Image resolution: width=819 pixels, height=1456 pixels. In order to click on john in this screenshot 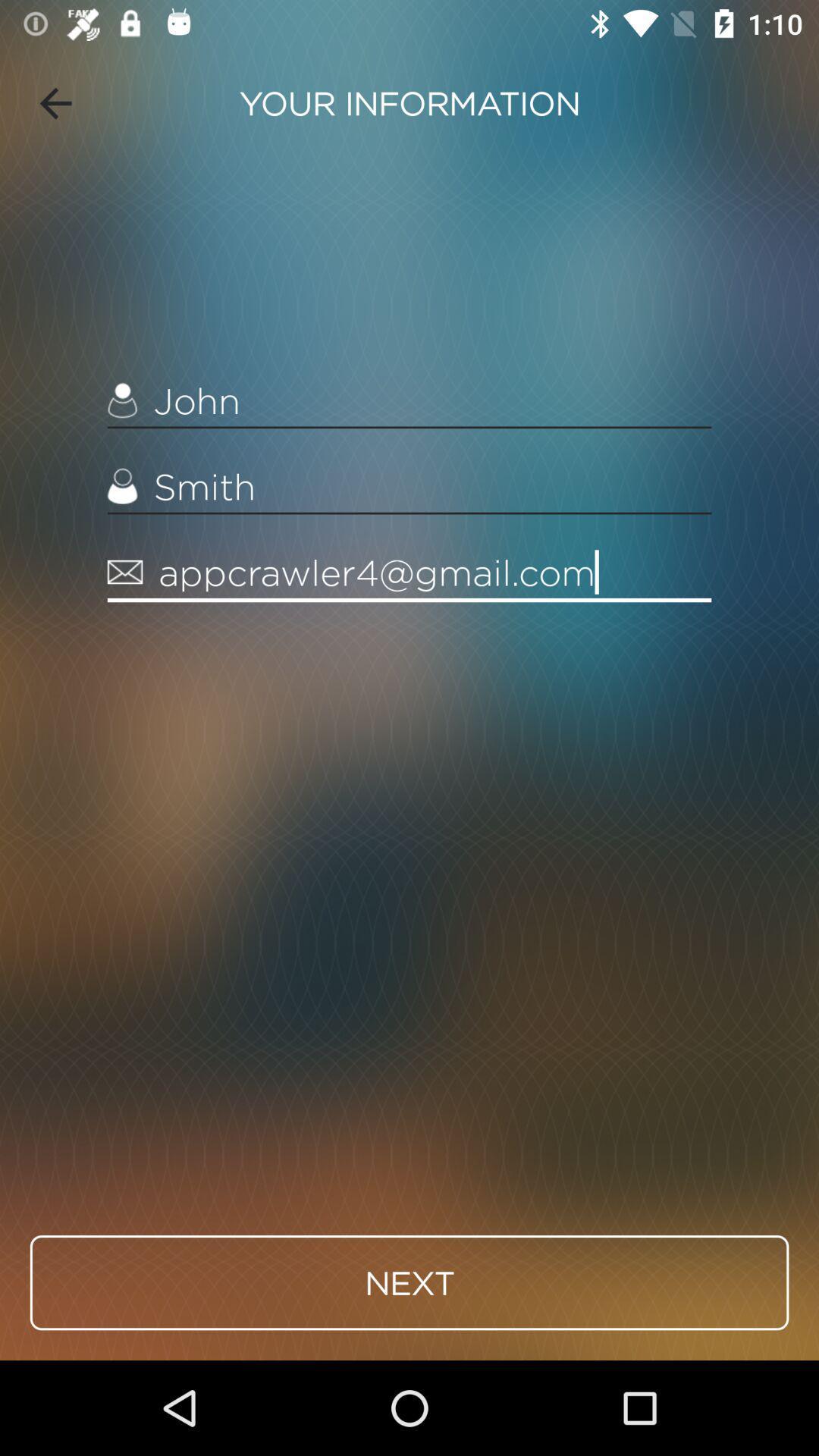, I will do `click(409, 401)`.